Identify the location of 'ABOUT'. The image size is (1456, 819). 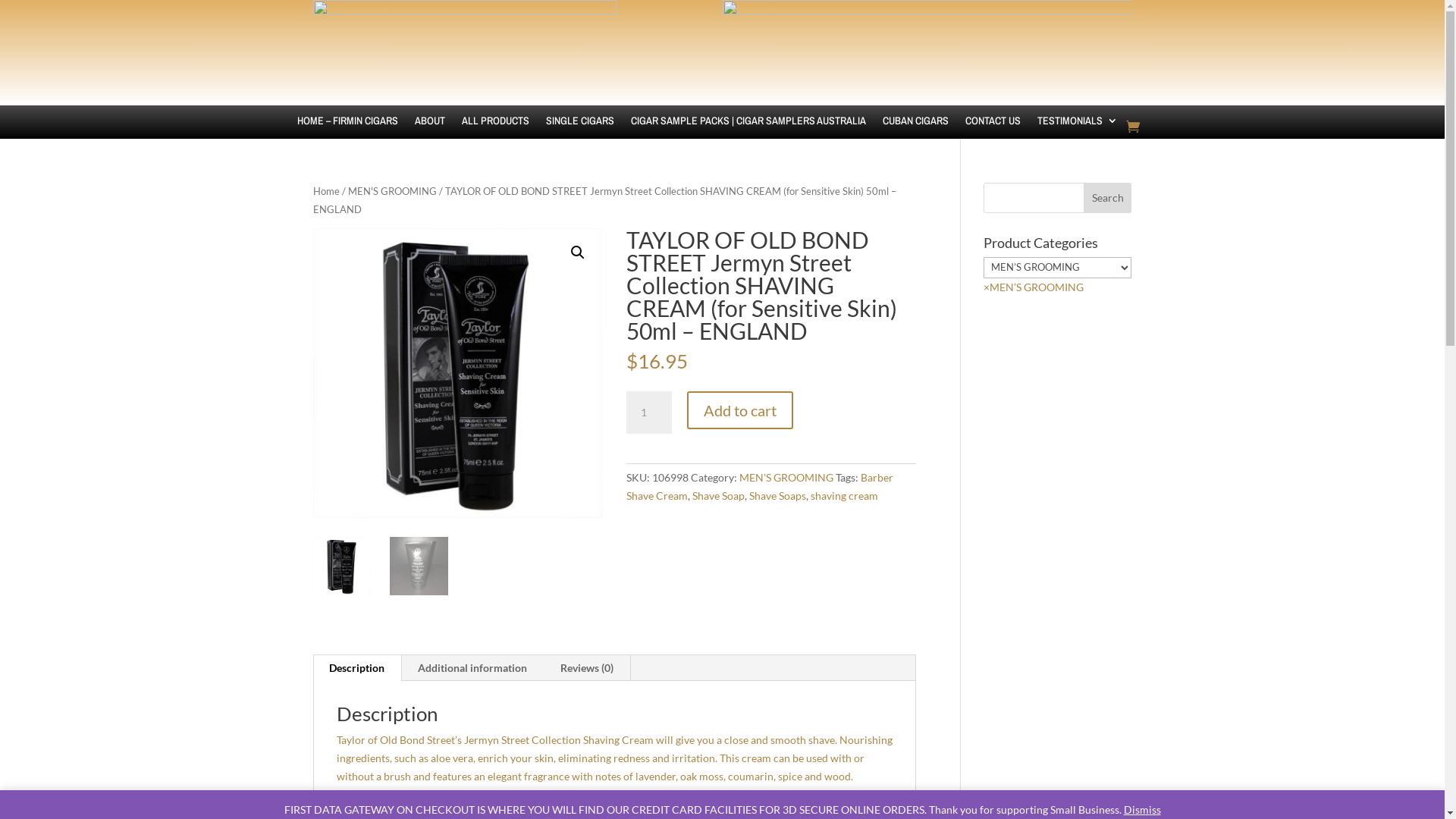
(428, 130).